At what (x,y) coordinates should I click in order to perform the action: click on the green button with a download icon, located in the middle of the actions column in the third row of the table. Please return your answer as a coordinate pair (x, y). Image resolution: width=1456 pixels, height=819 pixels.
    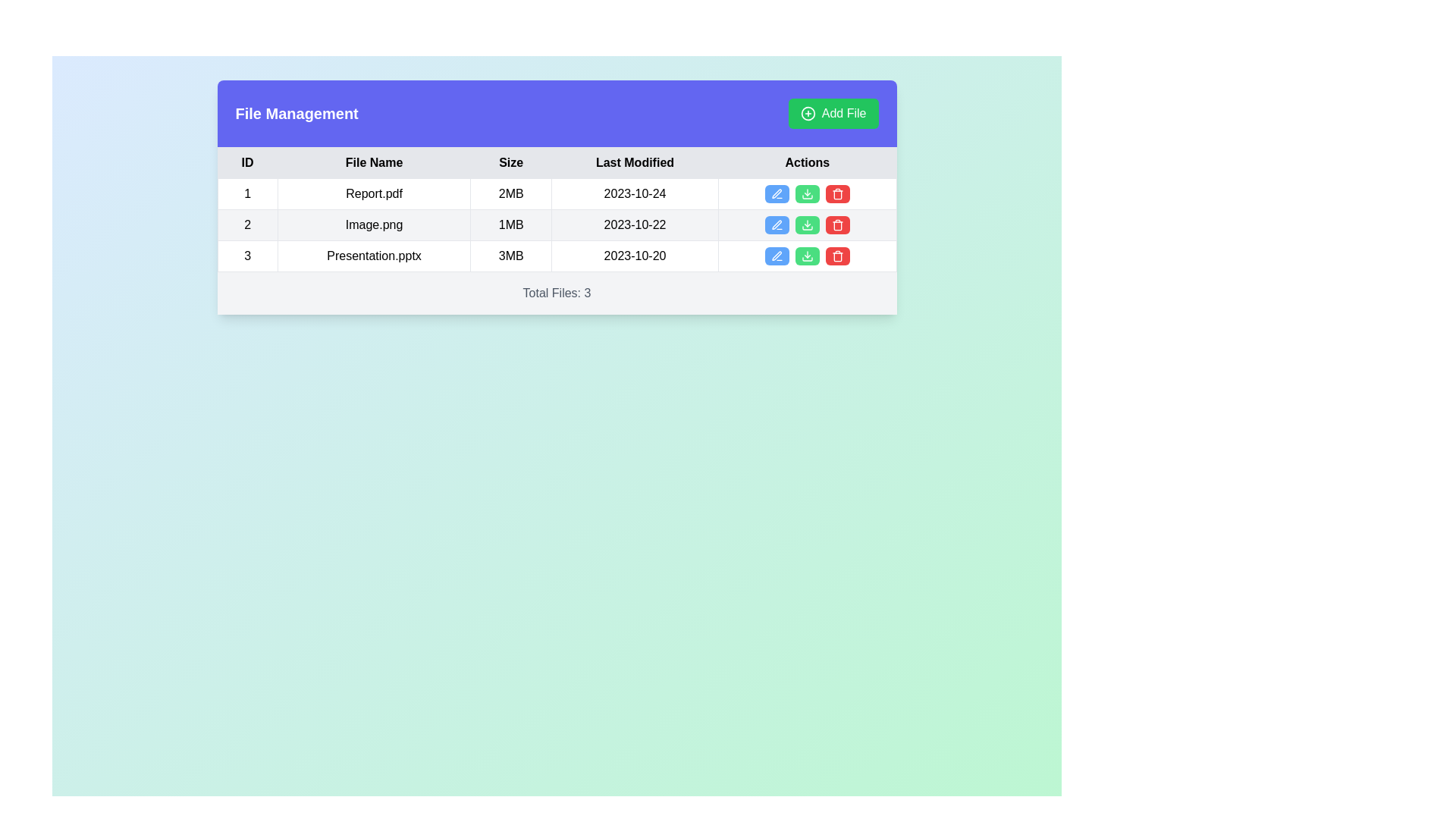
    Looking at the image, I should click on (806, 256).